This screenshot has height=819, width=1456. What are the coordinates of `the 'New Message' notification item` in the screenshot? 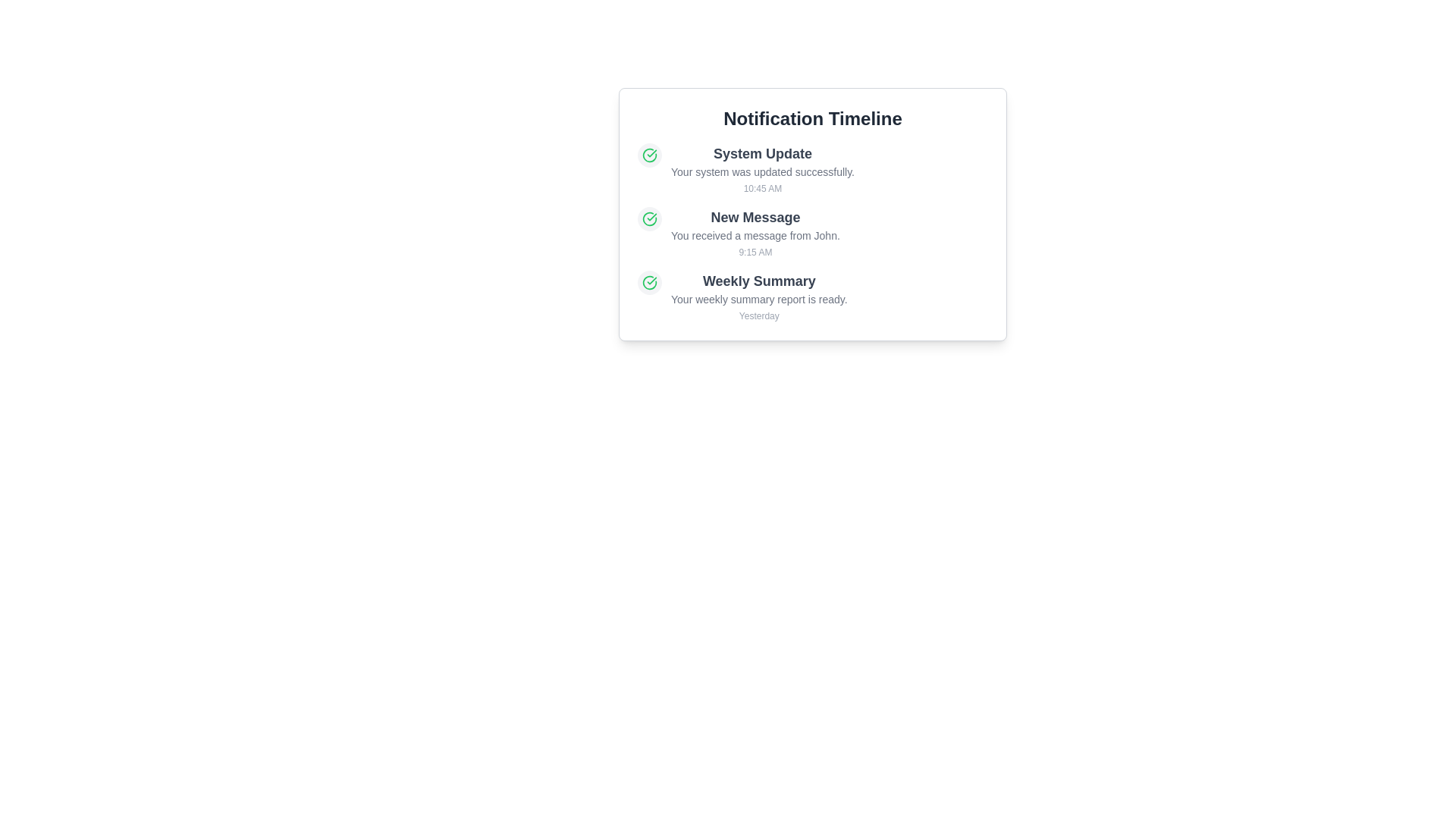 It's located at (755, 233).